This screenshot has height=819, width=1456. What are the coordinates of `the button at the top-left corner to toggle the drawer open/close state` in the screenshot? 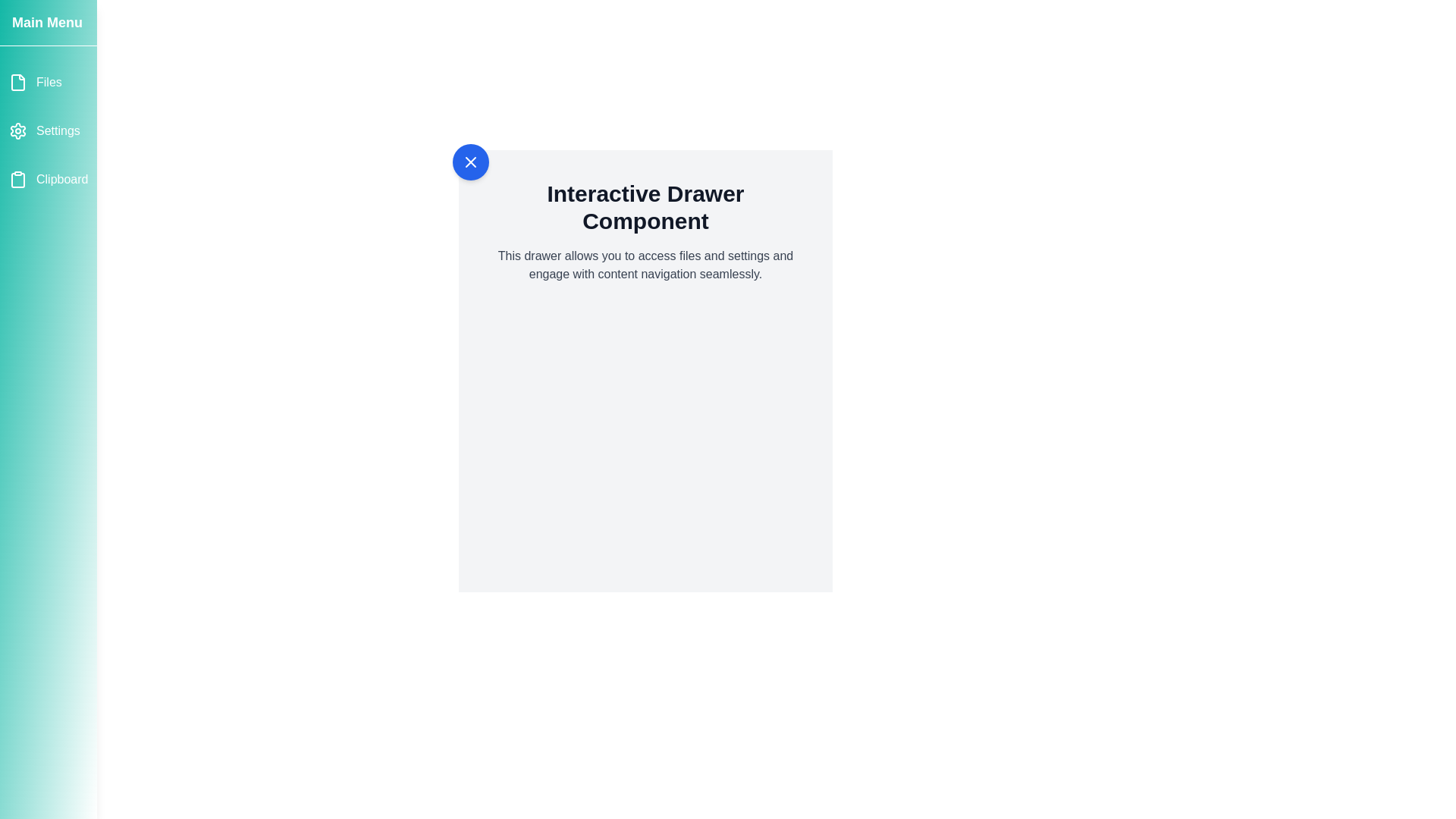 It's located at (469, 162).